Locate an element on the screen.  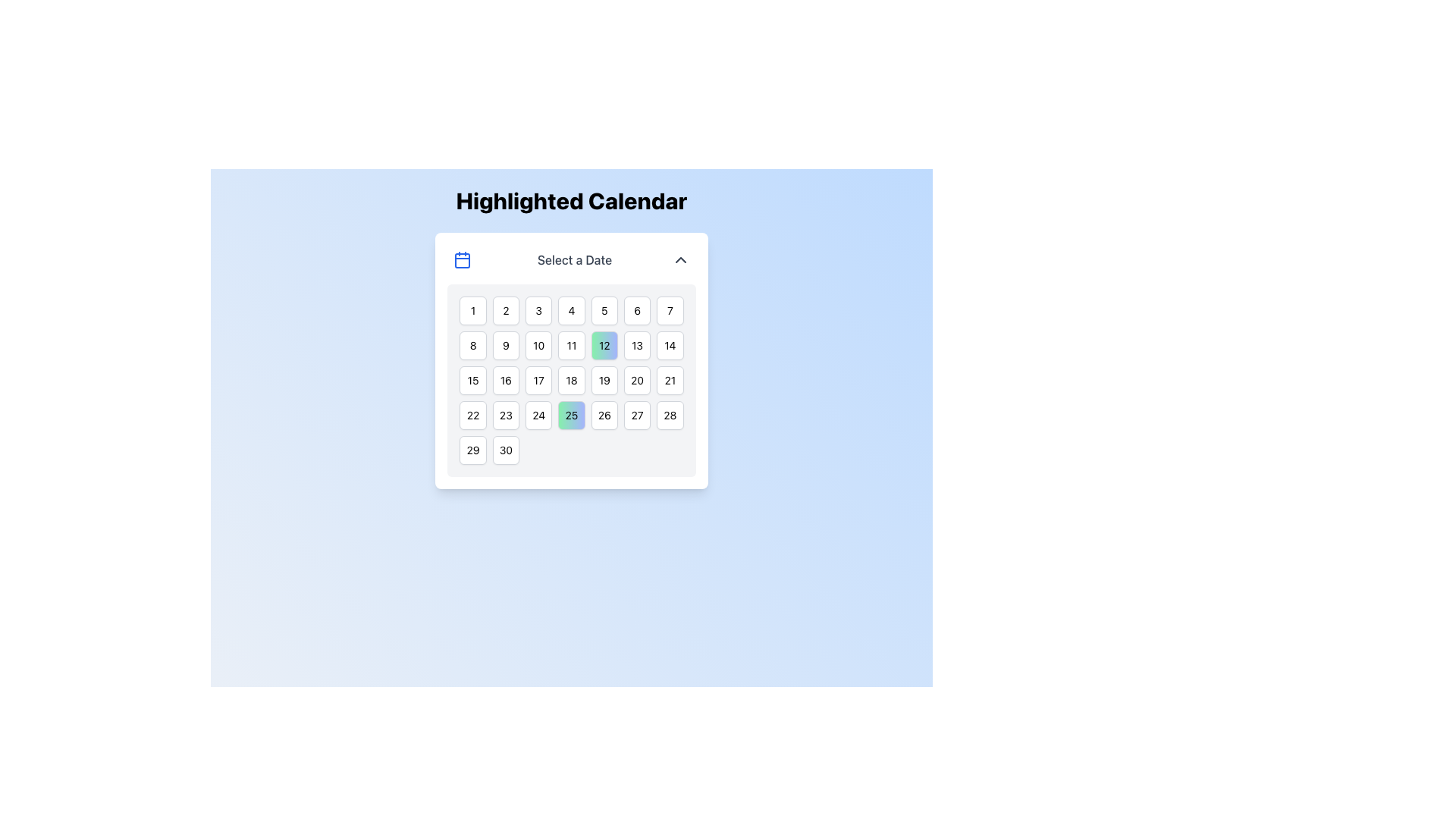
the button for the 25th day in the calendar is located at coordinates (570, 415).